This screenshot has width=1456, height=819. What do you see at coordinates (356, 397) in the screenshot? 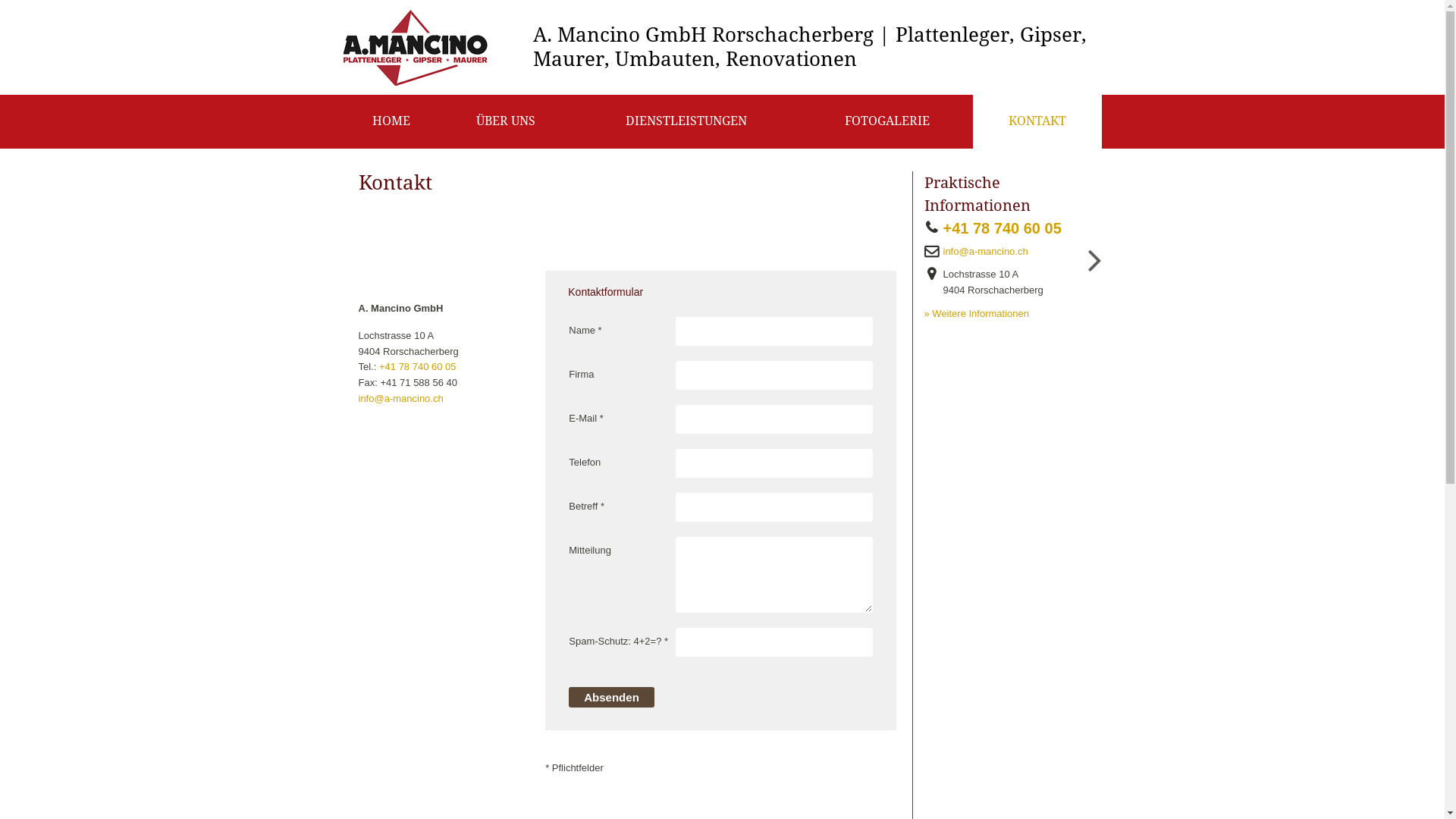
I see `'info@a-mancino.ch'` at bounding box center [356, 397].